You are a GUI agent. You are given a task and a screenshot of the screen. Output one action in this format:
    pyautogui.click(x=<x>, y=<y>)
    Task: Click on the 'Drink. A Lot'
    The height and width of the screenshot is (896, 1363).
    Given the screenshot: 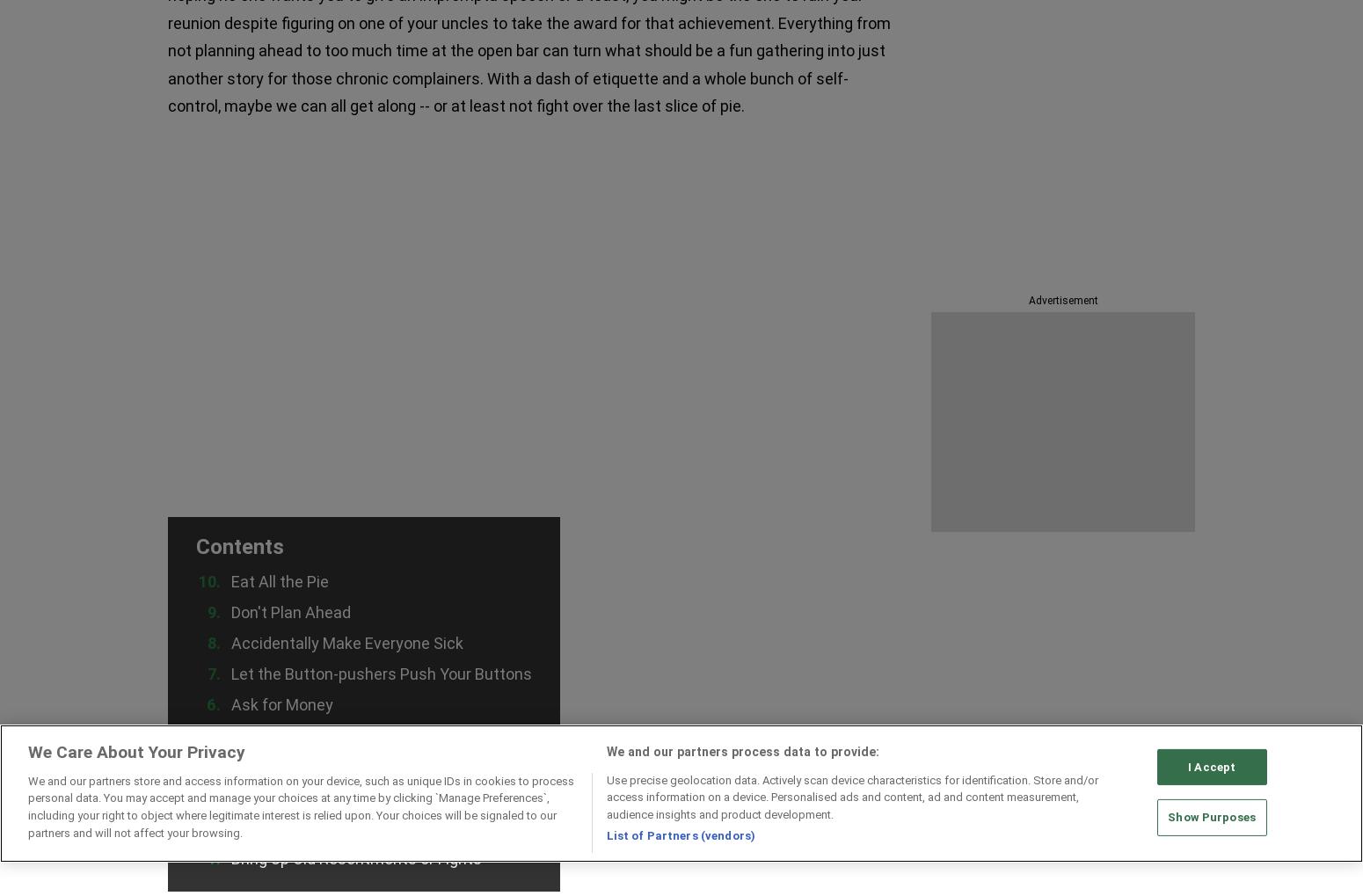 What is the action you would take?
    pyautogui.click(x=270, y=764)
    